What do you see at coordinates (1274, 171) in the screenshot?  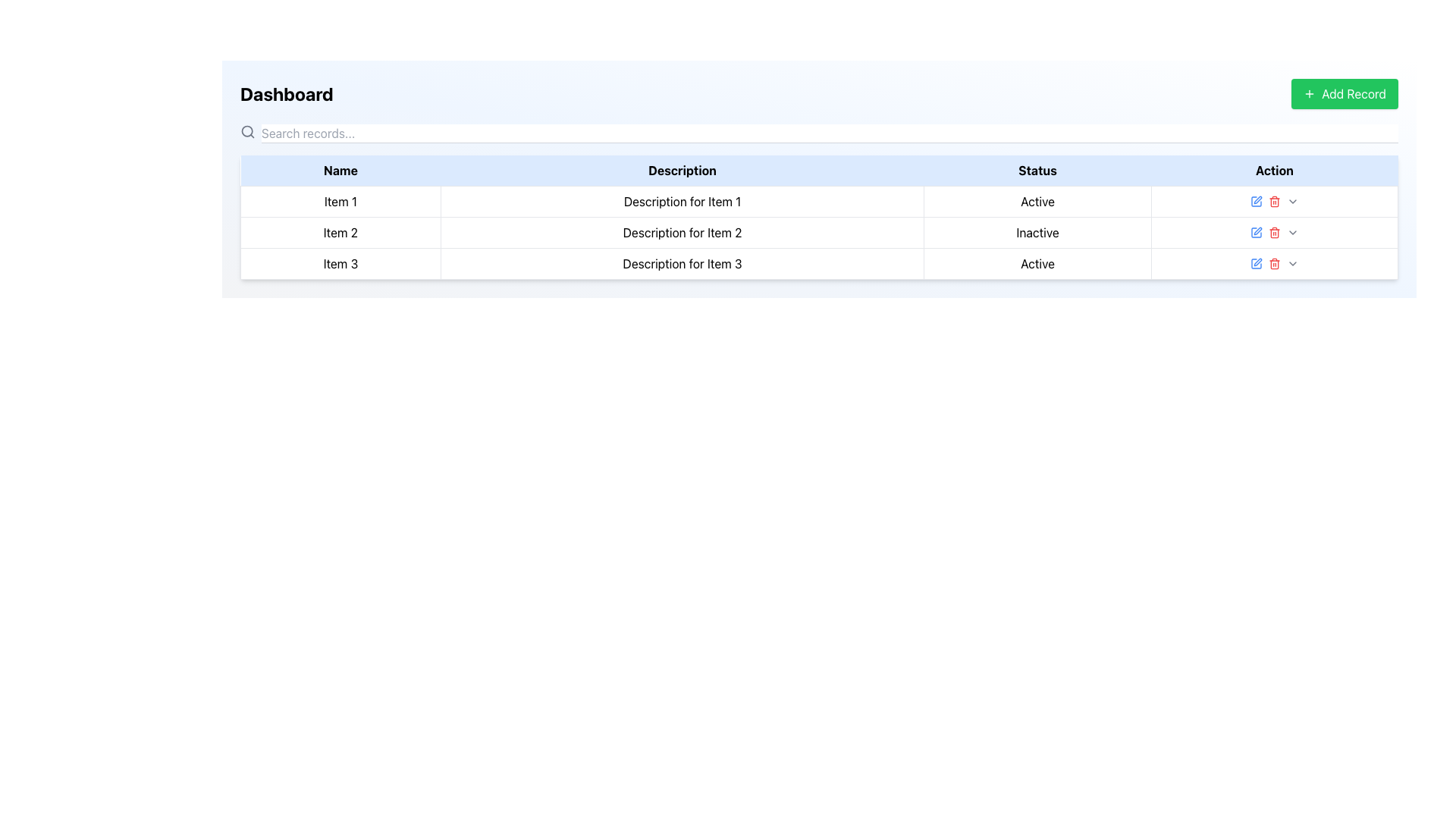 I see `the last header label in the grid which indicates actions related to items in the corresponding column` at bounding box center [1274, 171].